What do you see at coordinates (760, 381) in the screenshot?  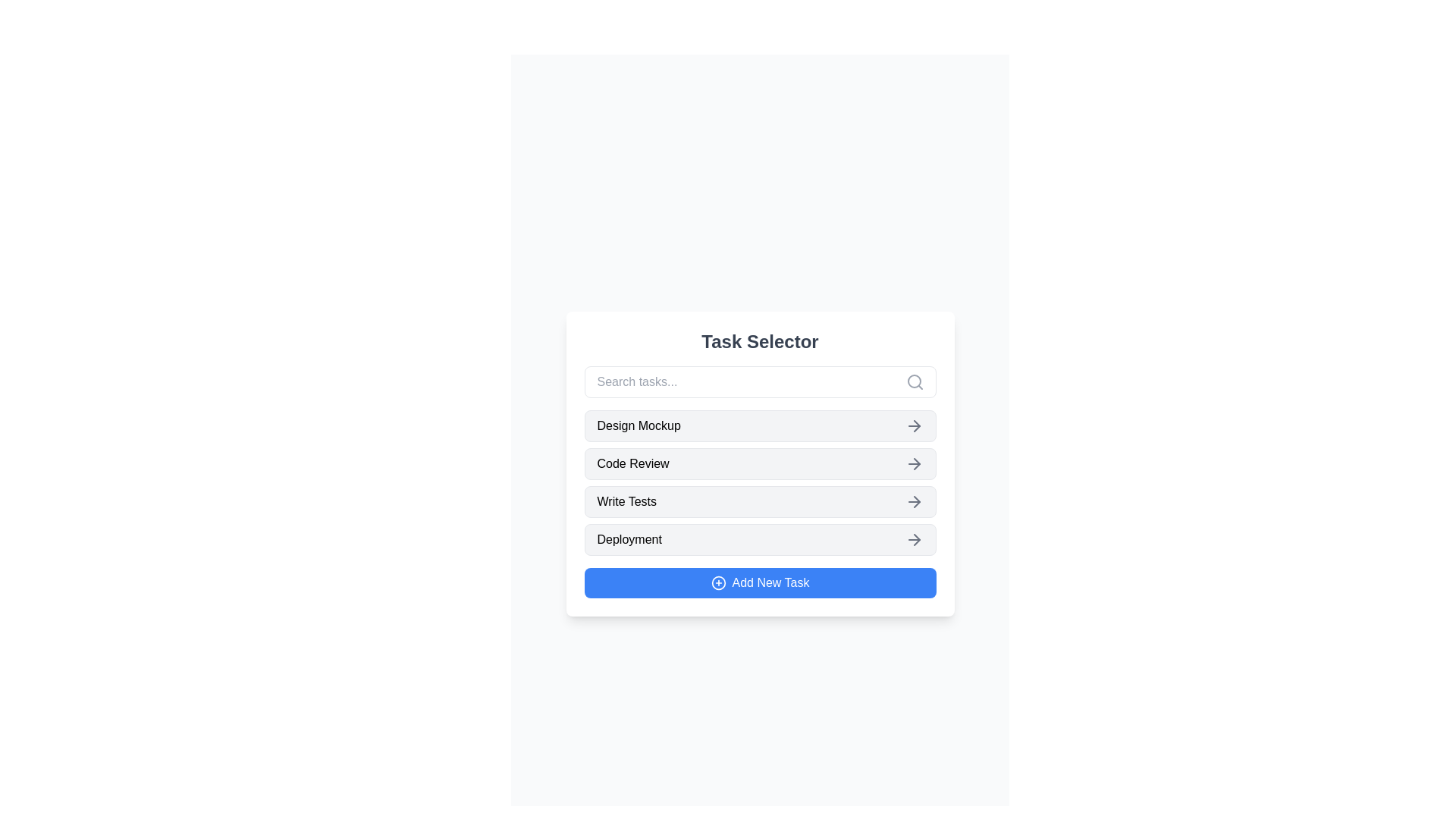 I see `the text in the search input field located in the 'Task Selector' modal and press delete to clear it` at bounding box center [760, 381].